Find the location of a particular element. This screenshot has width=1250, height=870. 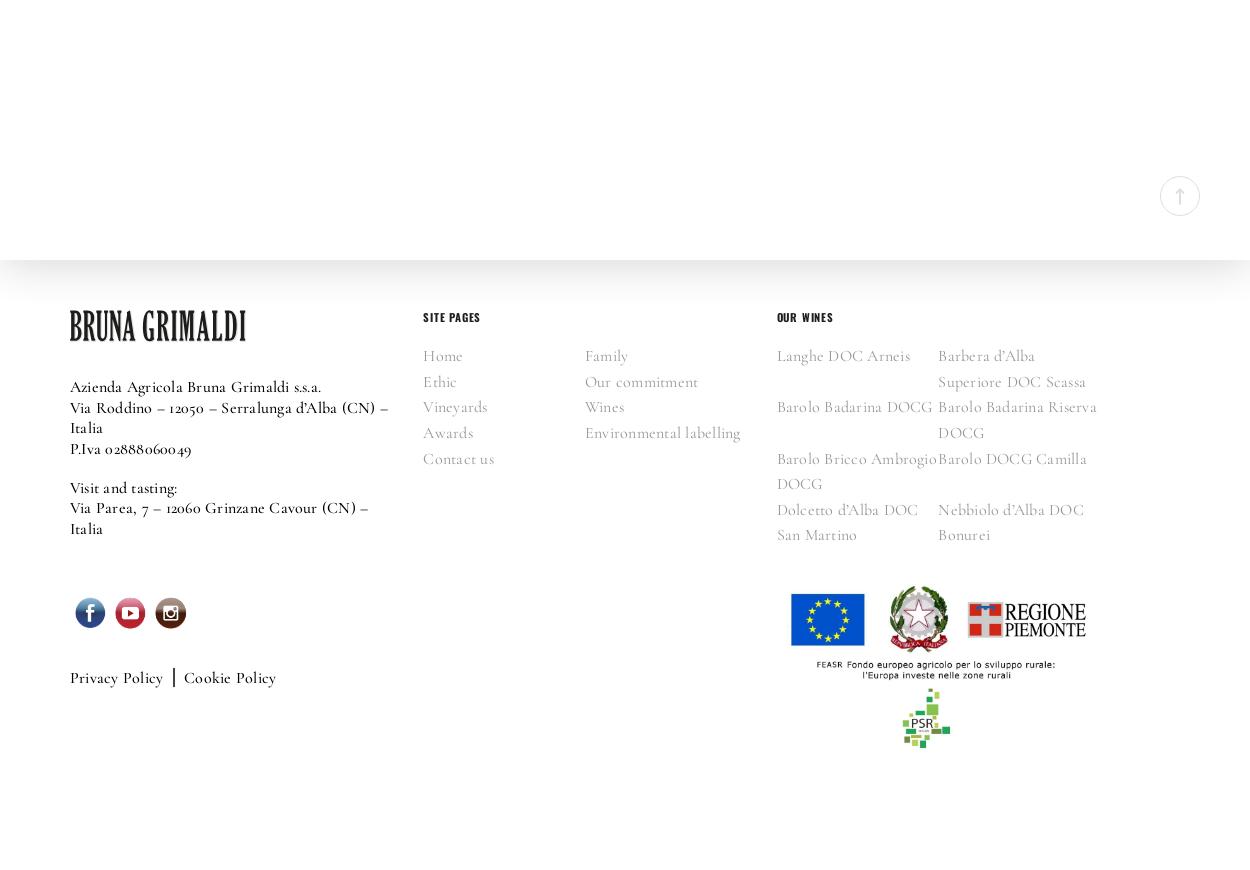

'Visit and tasting:' is located at coordinates (122, 486).